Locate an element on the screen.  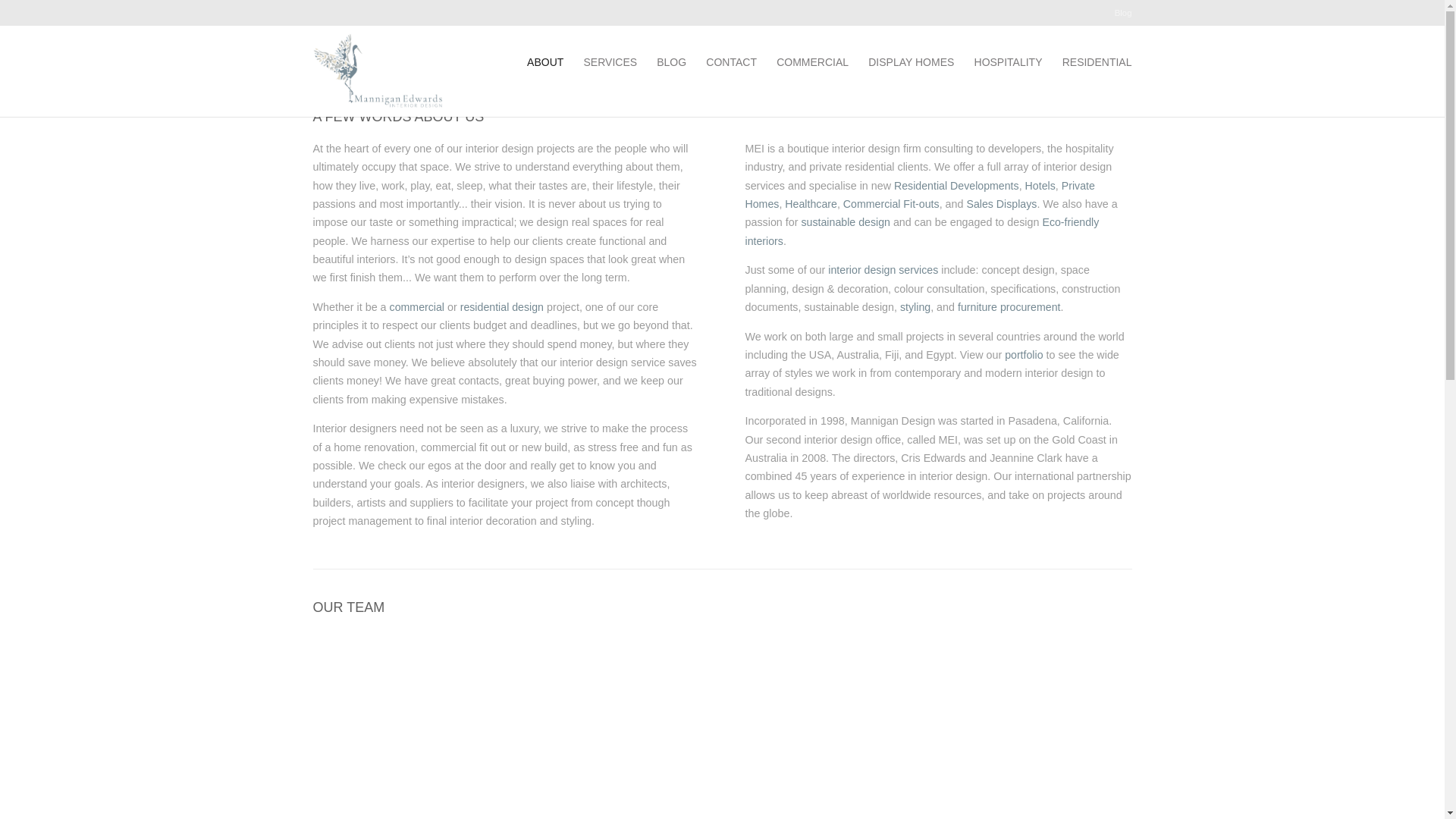
'BLOG' is located at coordinates (656, 61).